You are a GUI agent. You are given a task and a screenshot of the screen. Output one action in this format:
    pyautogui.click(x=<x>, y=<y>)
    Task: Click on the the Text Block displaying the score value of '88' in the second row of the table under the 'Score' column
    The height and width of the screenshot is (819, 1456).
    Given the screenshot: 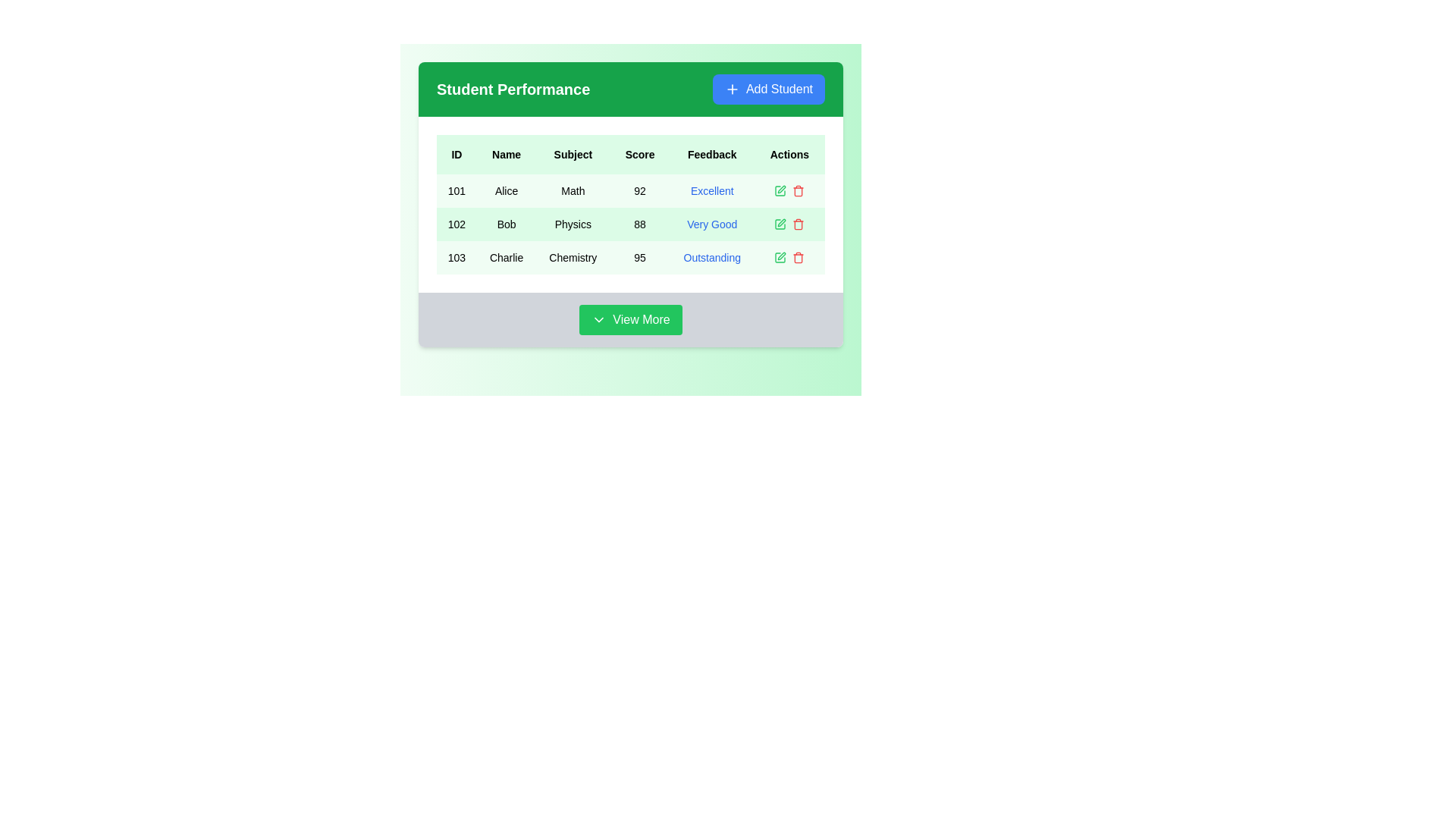 What is the action you would take?
    pyautogui.click(x=640, y=224)
    